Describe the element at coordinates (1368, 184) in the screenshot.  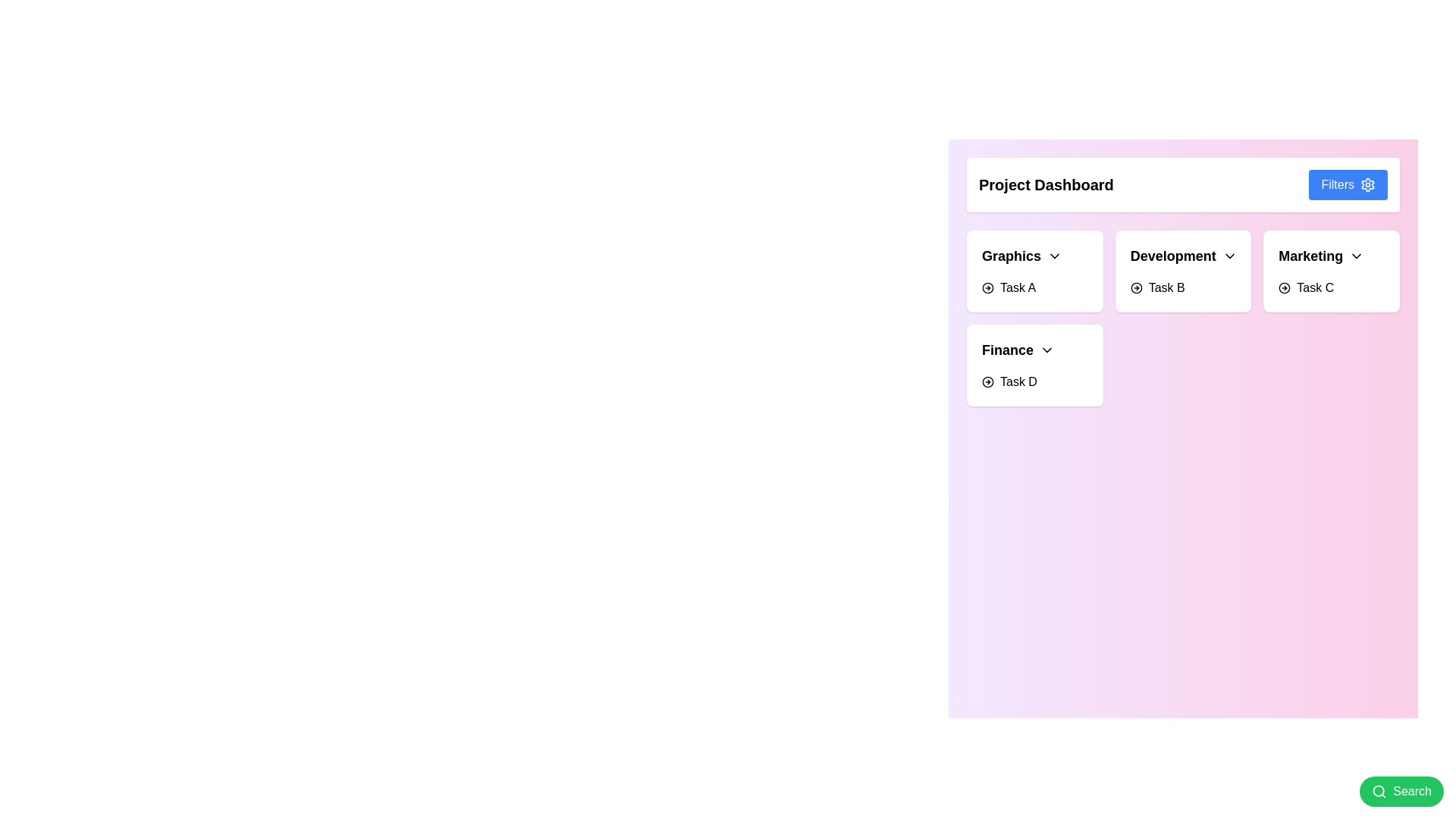
I see `the settings icon located in the top right corner of the 'Filters' button in the Project Dashboard interface` at that location.